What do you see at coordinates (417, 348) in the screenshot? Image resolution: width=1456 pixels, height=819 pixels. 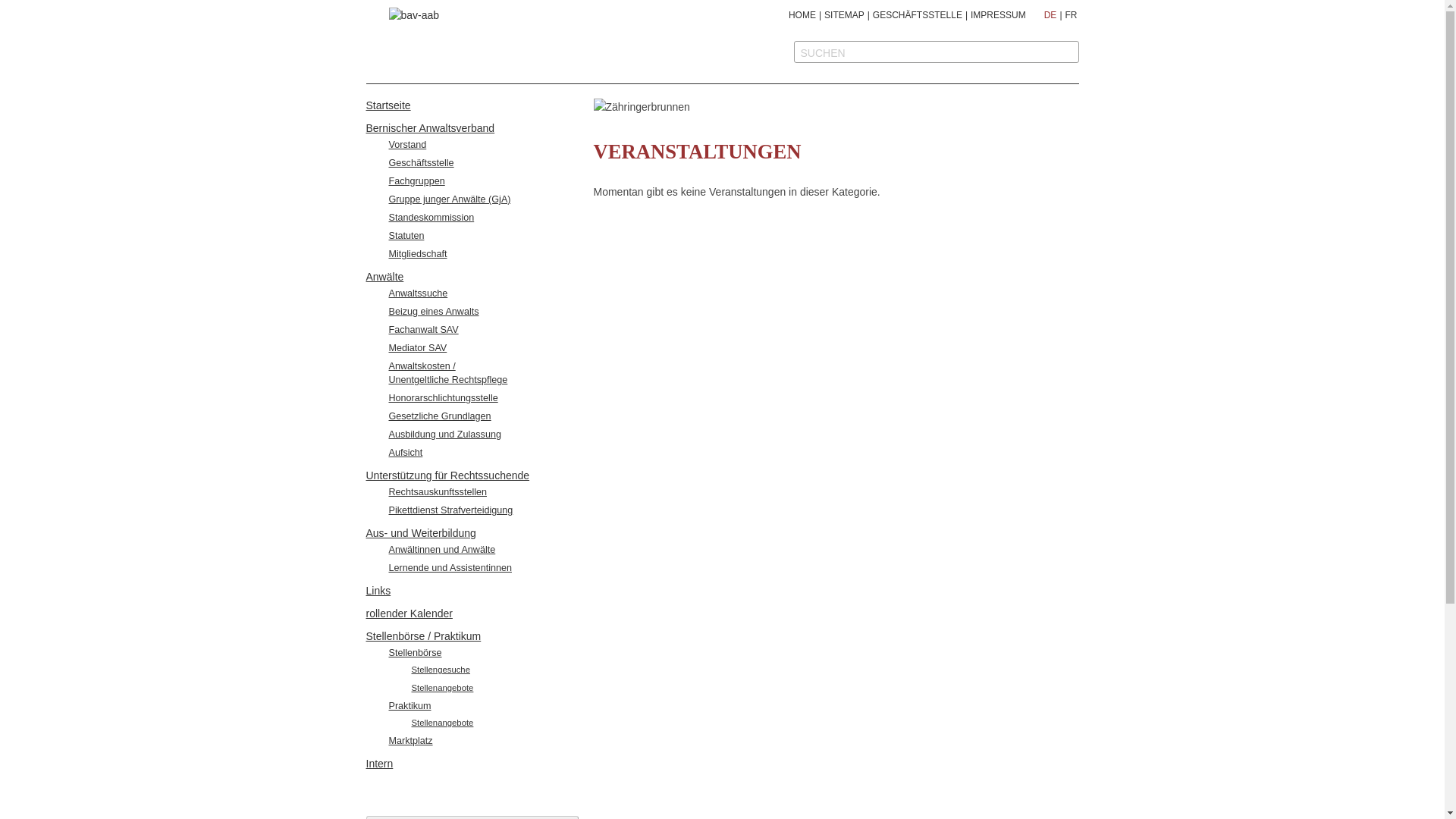 I see `'Mediator SAV'` at bounding box center [417, 348].